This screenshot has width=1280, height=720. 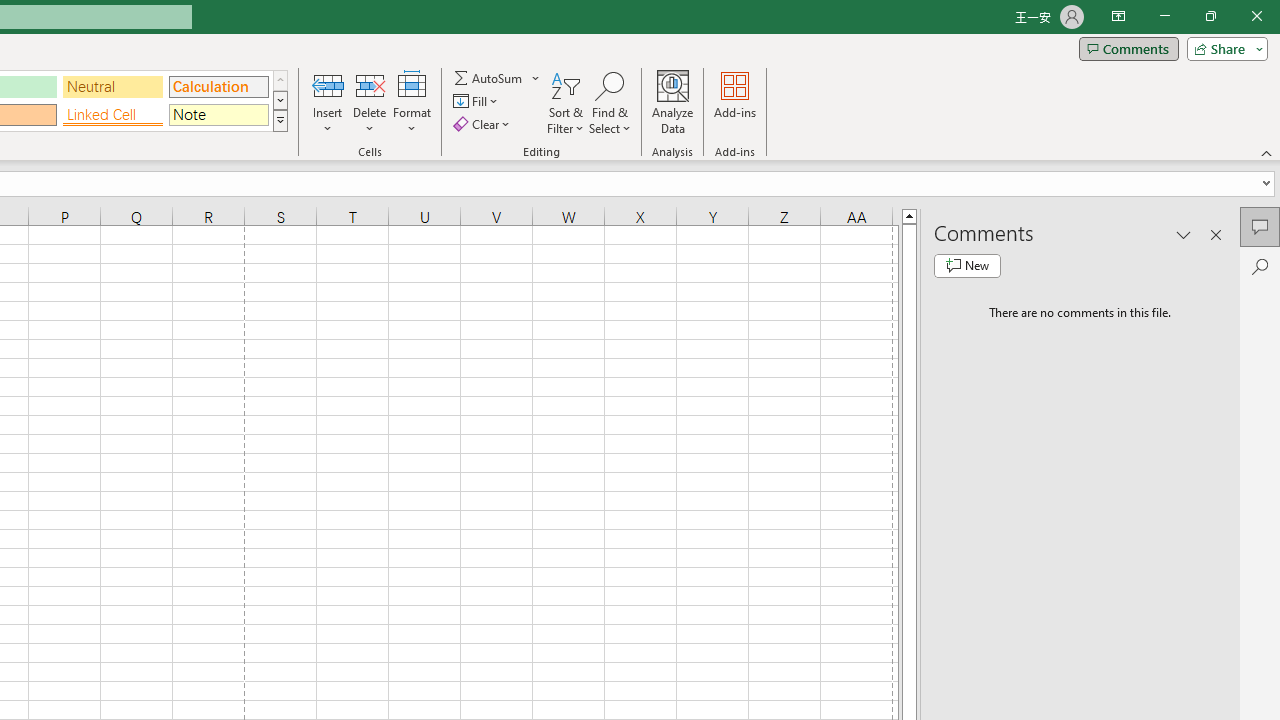 I want to click on 'Class: NetUIImage', so click(x=279, y=120).